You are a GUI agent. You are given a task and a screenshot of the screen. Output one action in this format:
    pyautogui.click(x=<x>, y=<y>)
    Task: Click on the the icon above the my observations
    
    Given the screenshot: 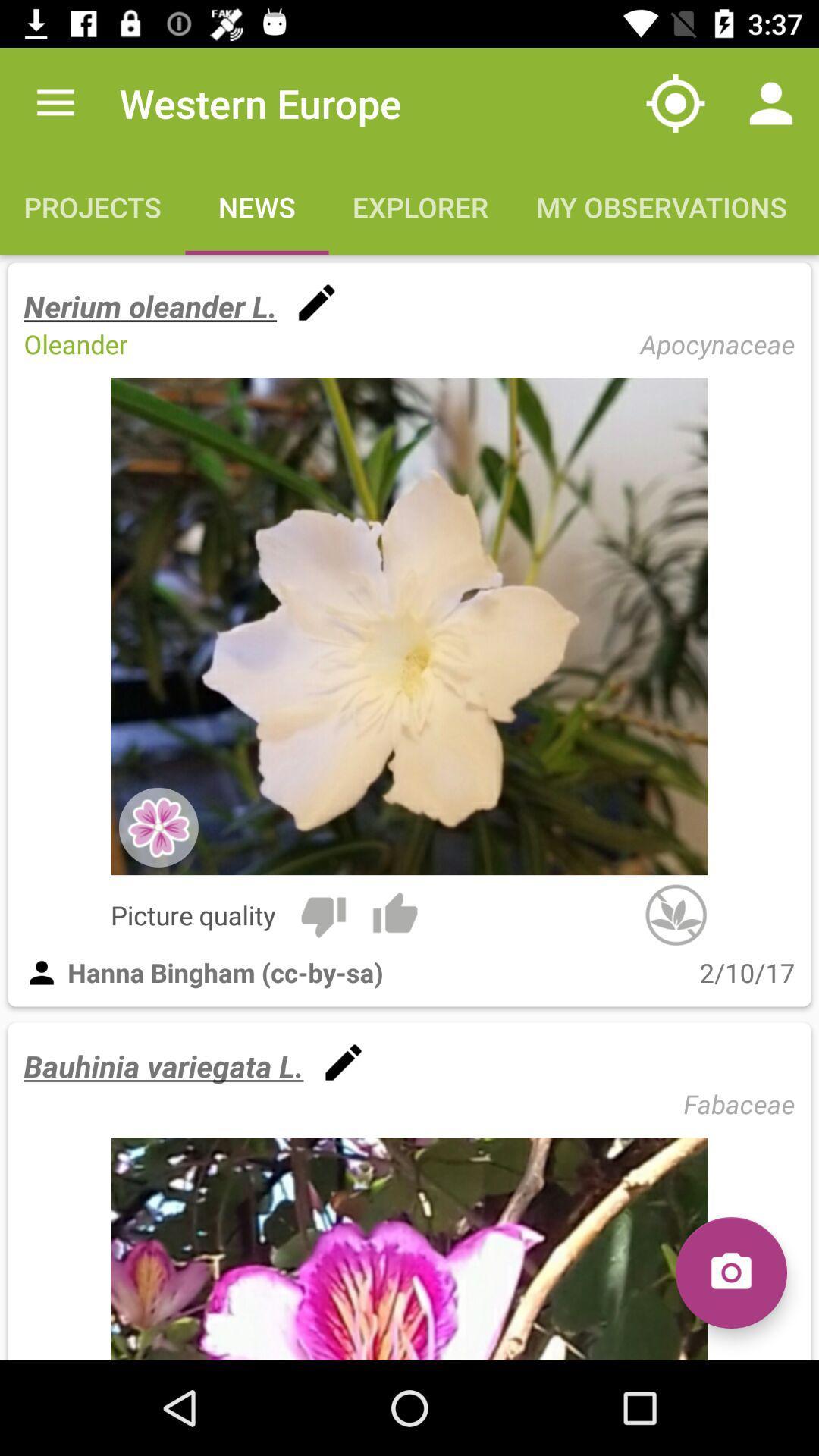 What is the action you would take?
    pyautogui.click(x=771, y=102)
    